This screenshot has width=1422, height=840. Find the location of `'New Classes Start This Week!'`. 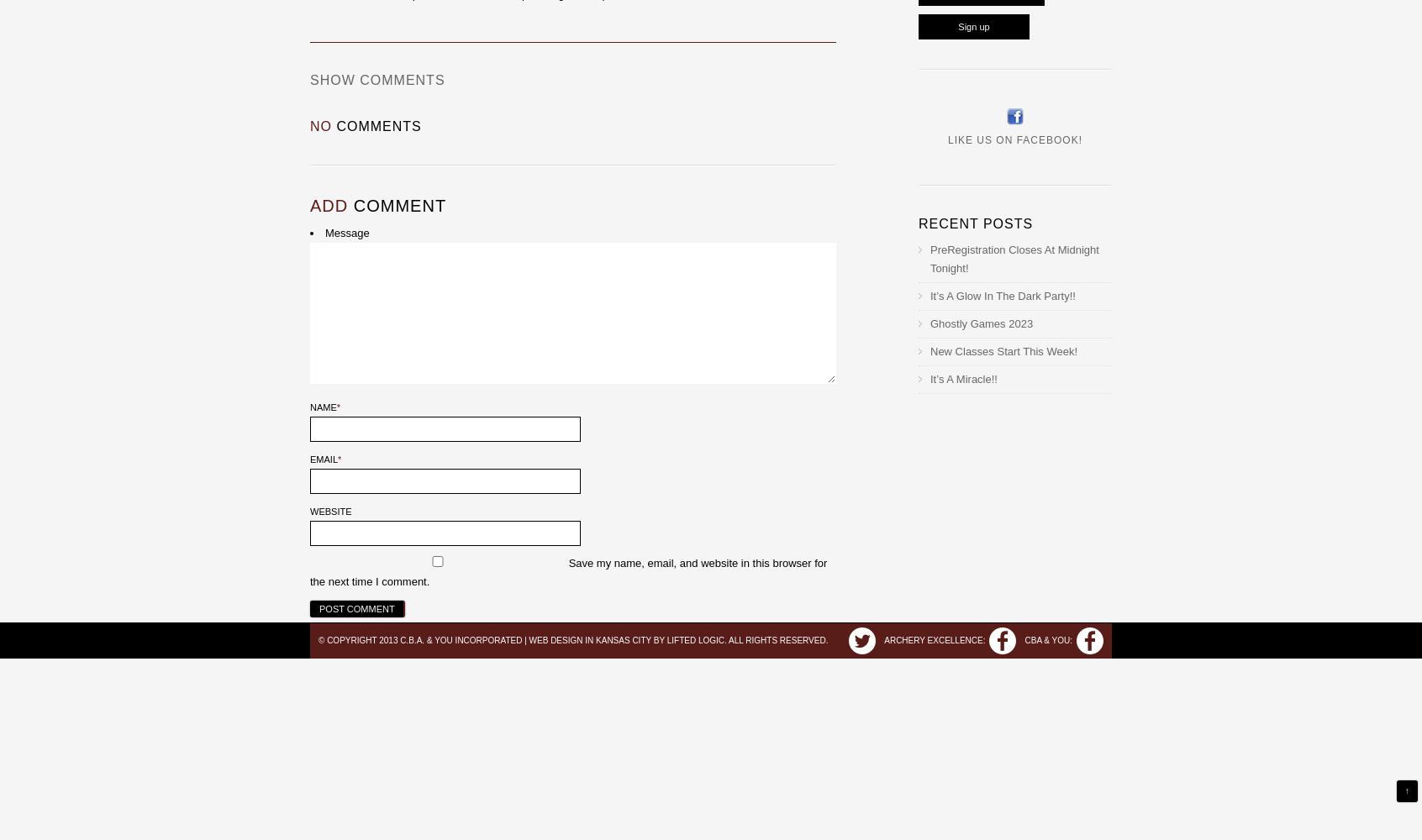

'New Classes Start This Week!' is located at coordinates (1003, 351).